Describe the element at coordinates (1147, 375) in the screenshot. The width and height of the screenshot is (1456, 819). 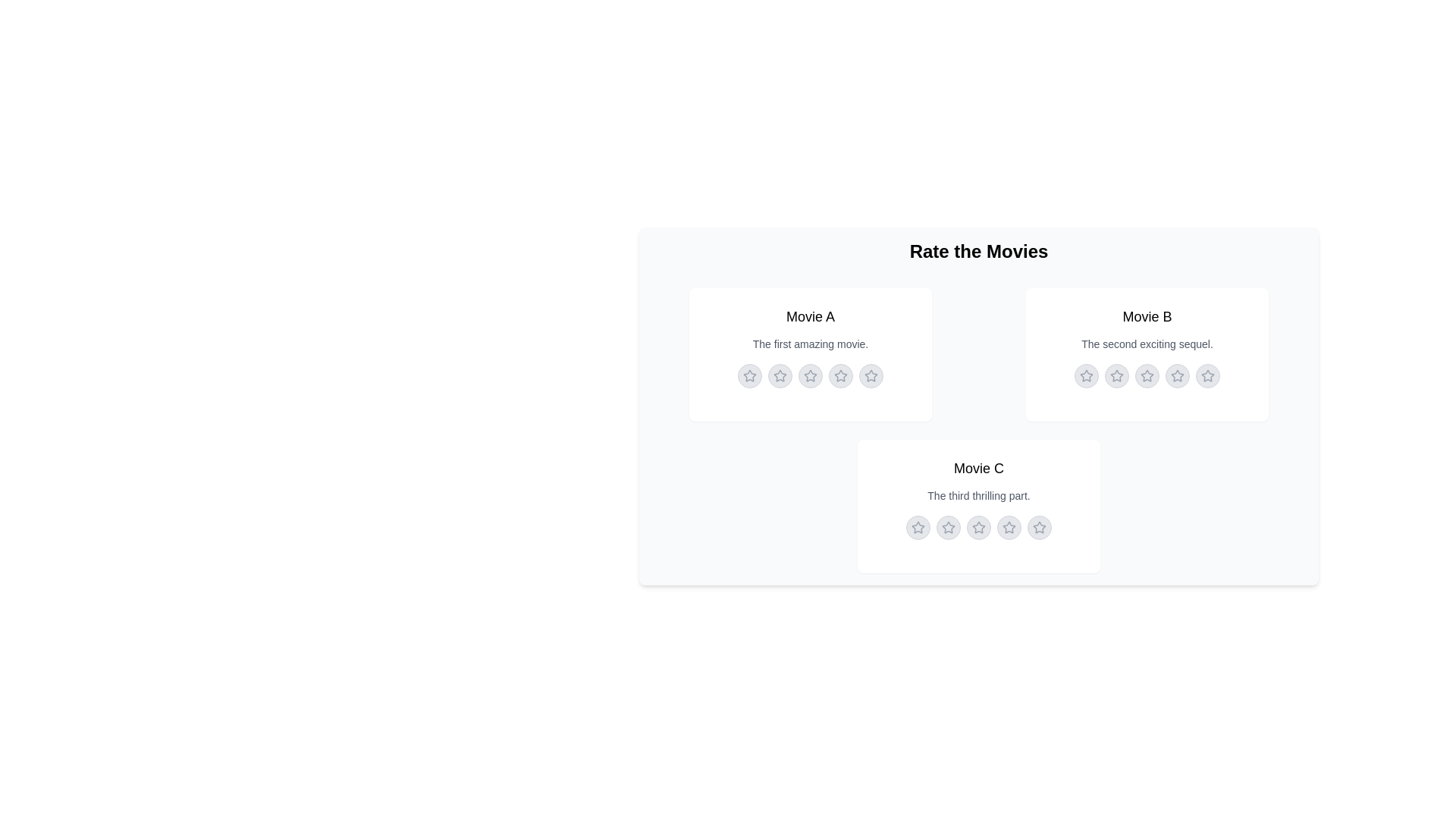
I see `the pointer through the second star in the 5-star rating scale for 'Movie B'` at that location.